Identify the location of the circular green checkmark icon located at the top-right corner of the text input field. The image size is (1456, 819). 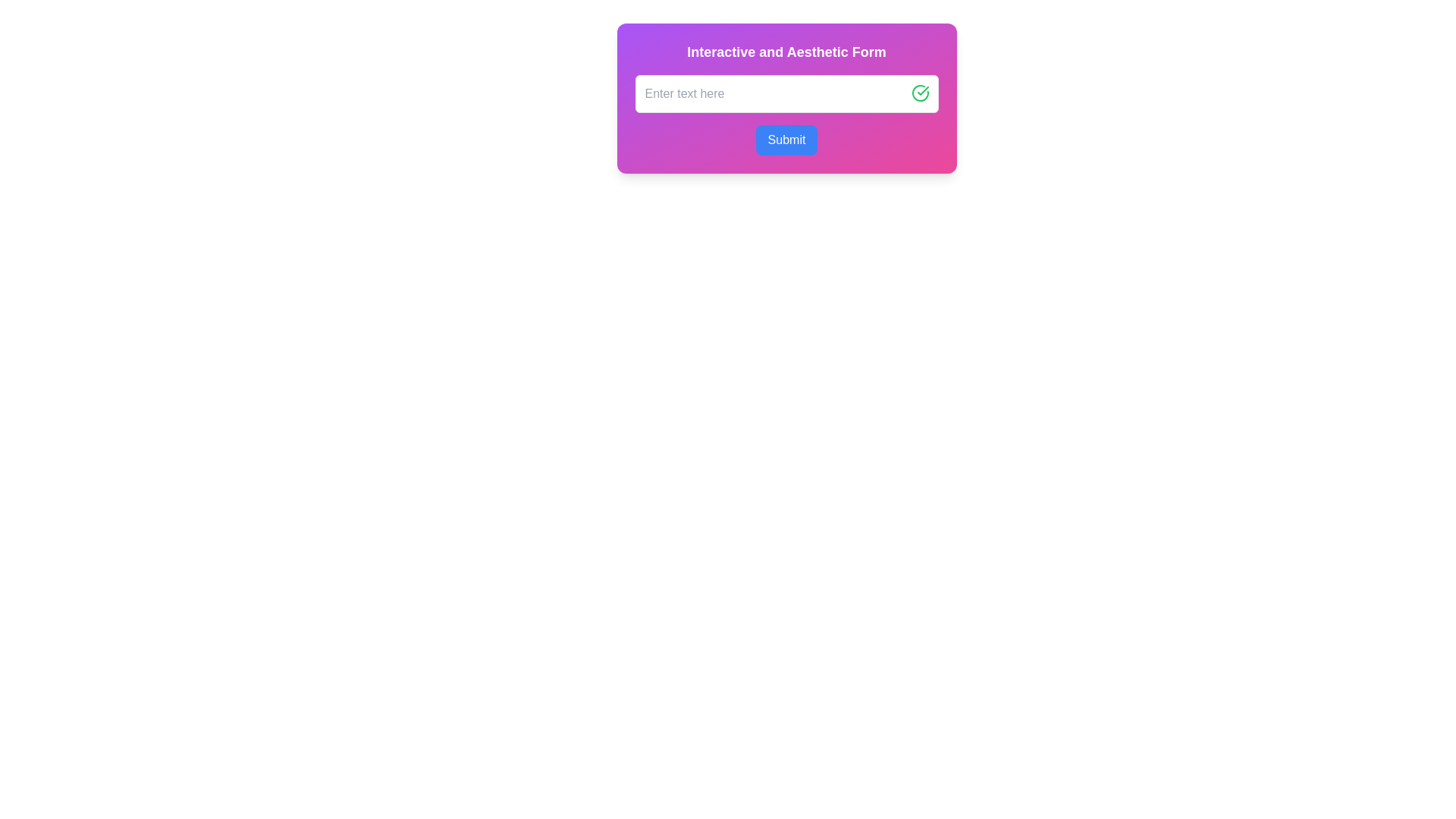
(919, 93).